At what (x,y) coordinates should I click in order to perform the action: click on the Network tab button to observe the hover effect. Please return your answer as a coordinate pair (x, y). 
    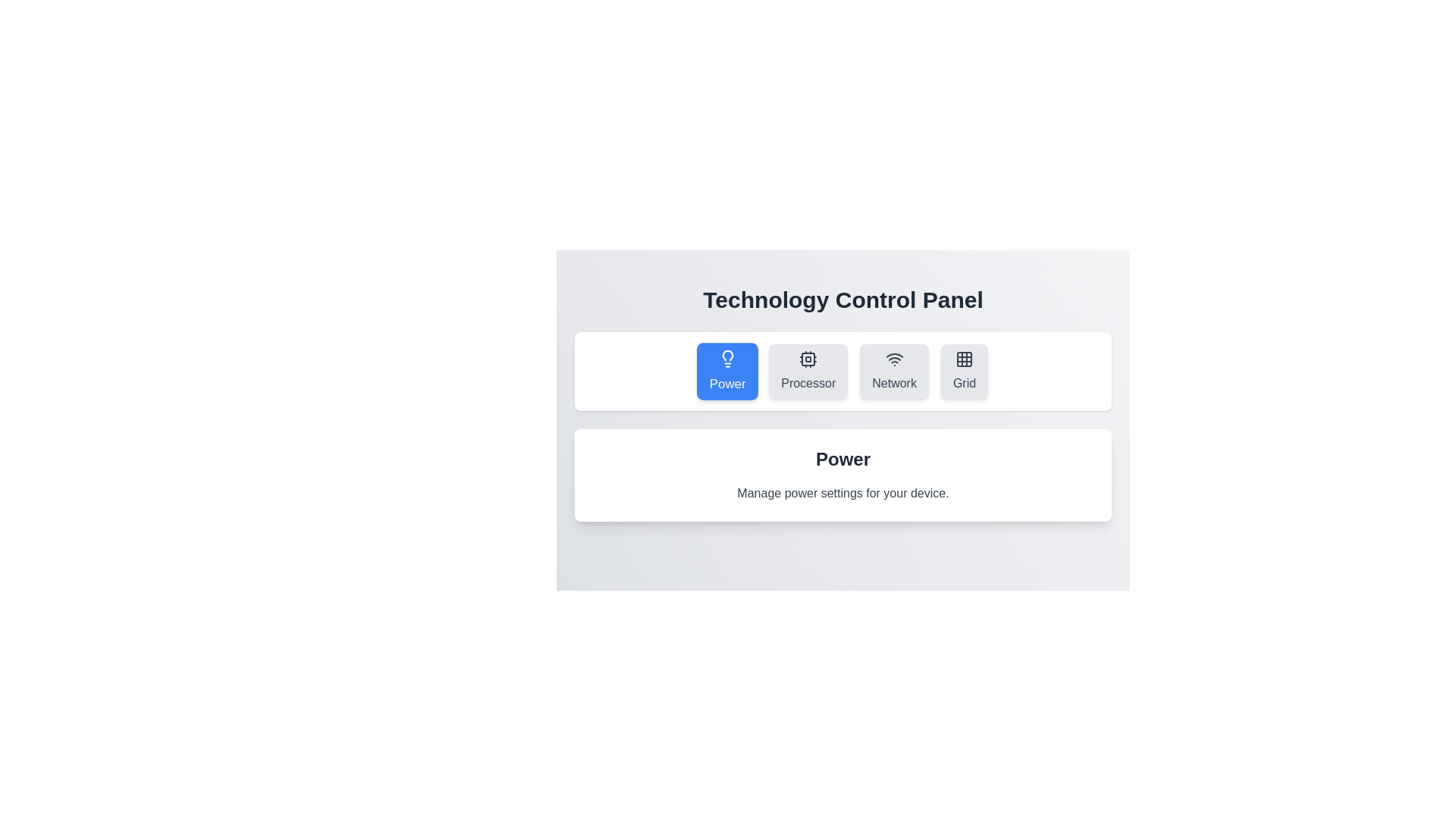
    Looking at the image, I should click on (894, 371).